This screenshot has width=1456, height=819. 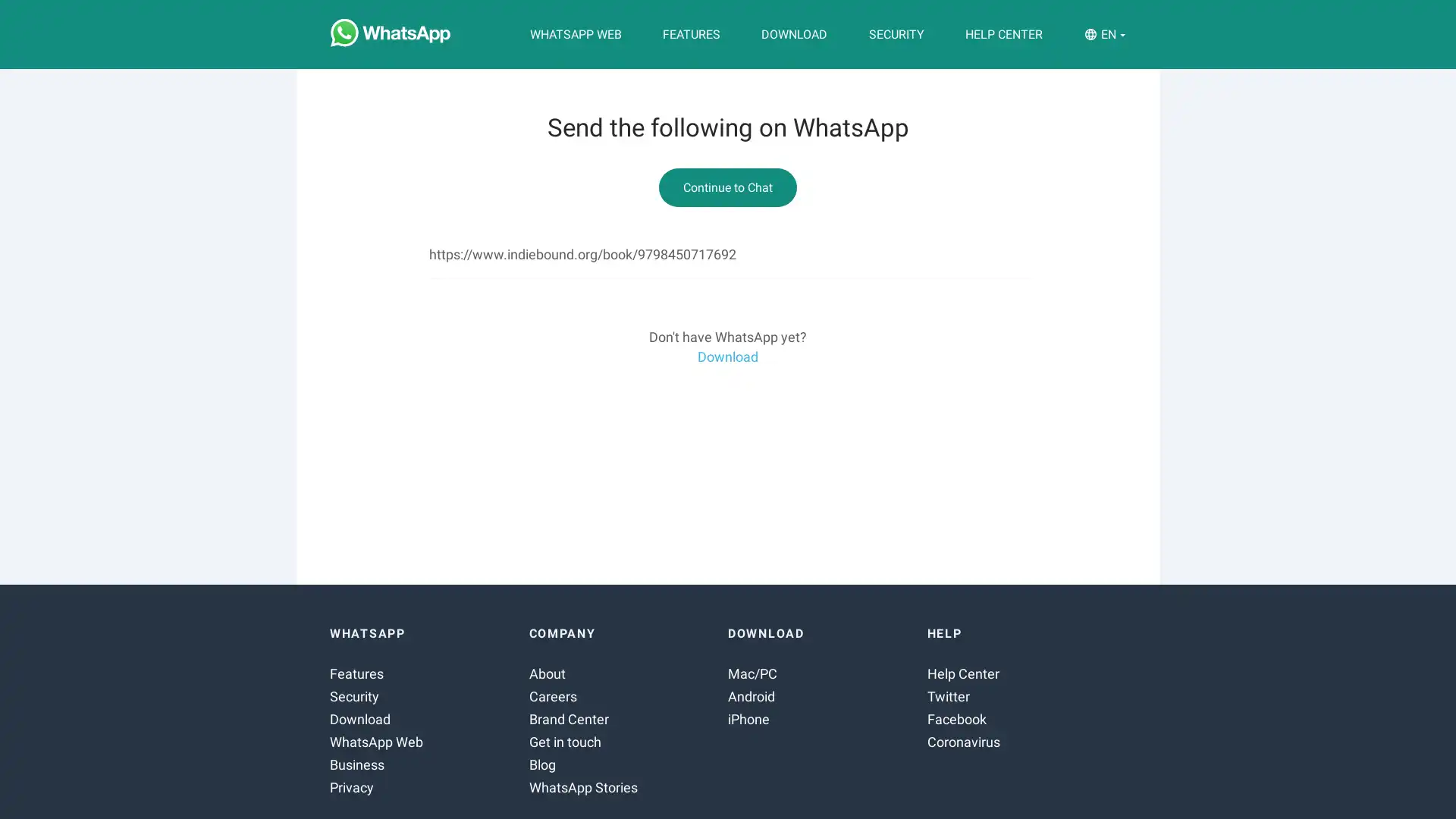 What do you see at coordinates (1105, 34) in the screenshot?
I see `EN` at bounding box center [1105, 34].